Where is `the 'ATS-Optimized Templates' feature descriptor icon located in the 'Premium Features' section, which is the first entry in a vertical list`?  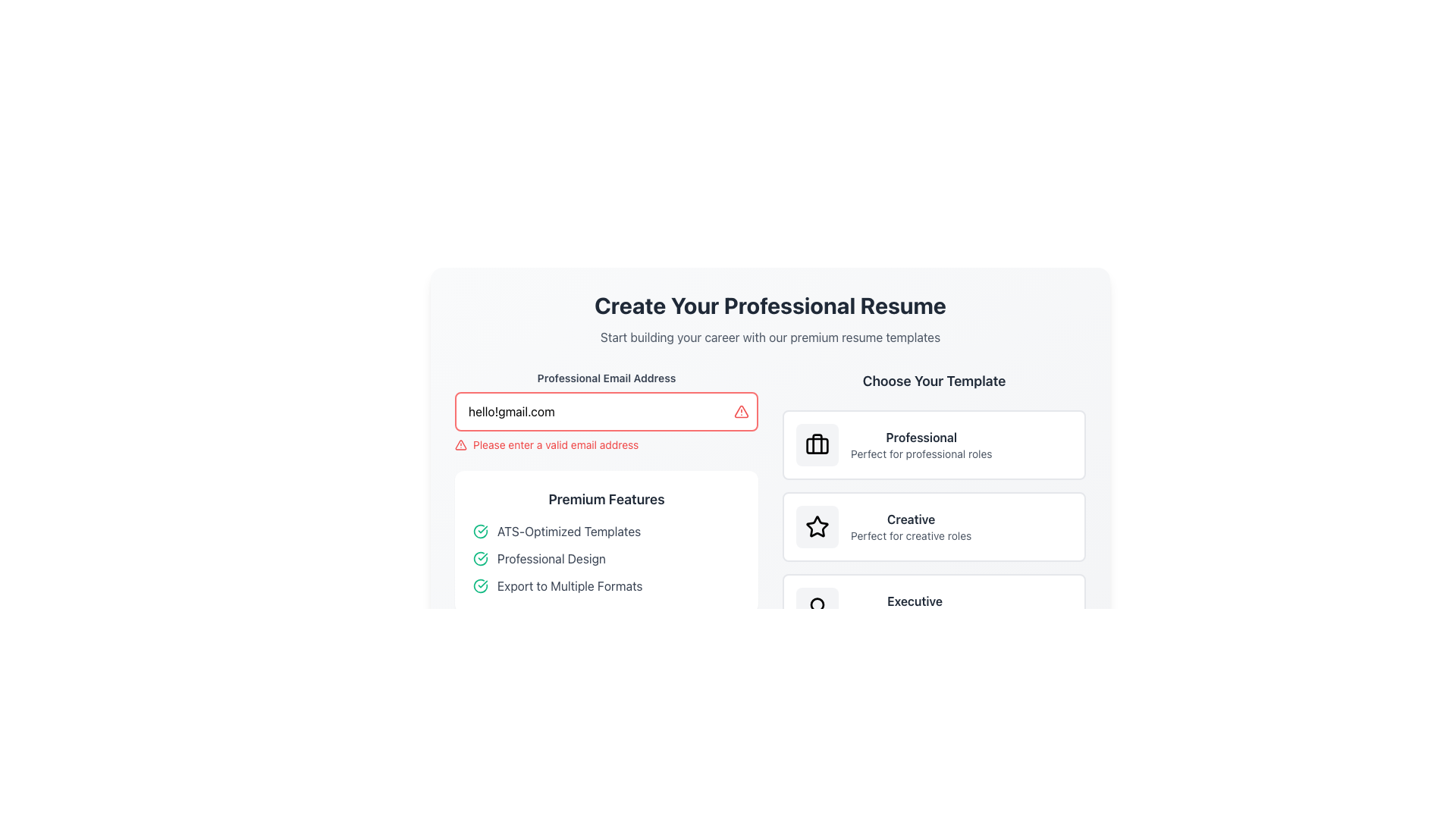 the 'ATS-Optimized Templates' feature descriptor icon located in the 'Premium Features' section, which is the first entry in a vertical list is located at coordinates (607, 531).